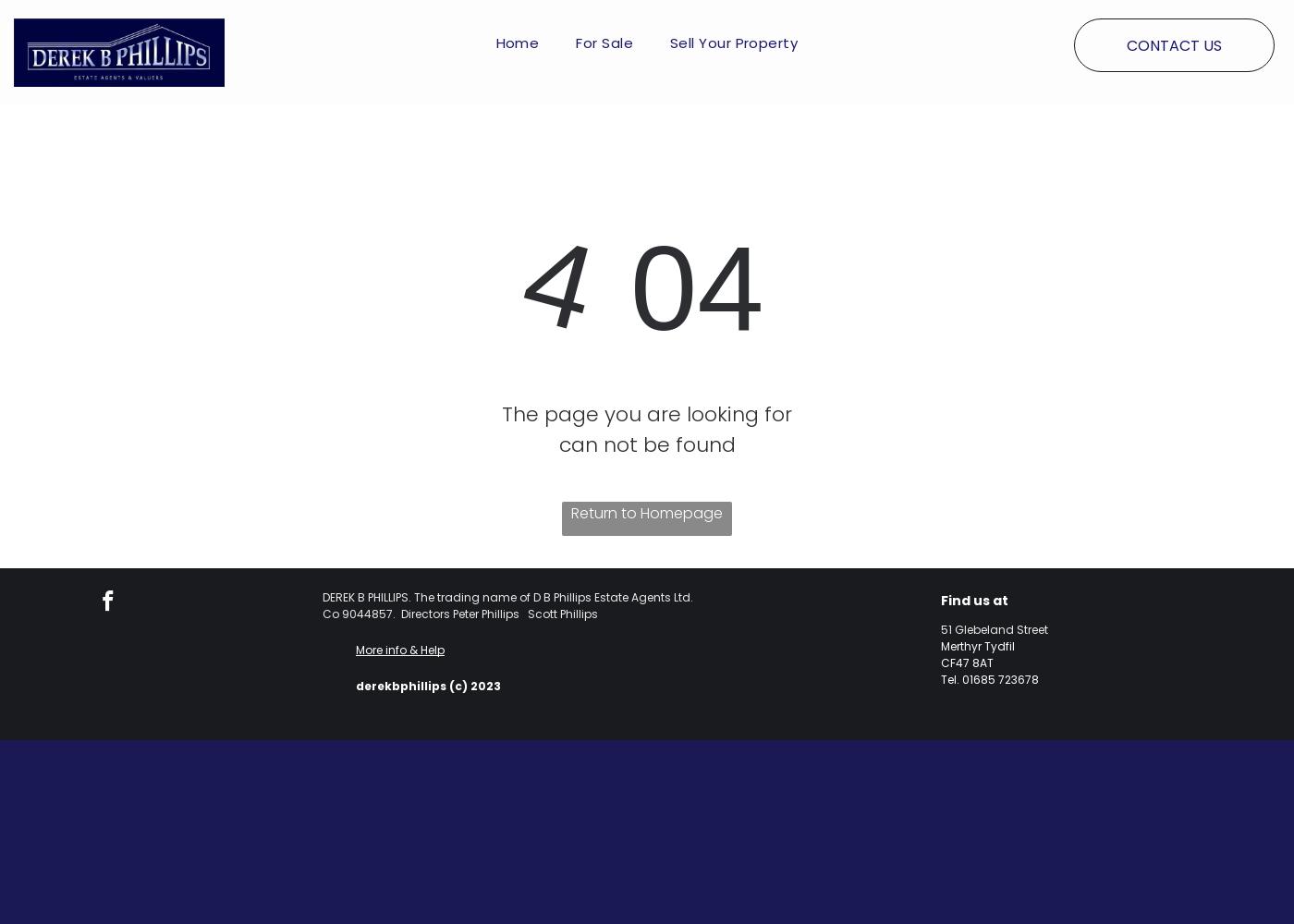 The width and height of the screenshot is (1294, 924). I want to click on 'can not be found', so click(646, 444).